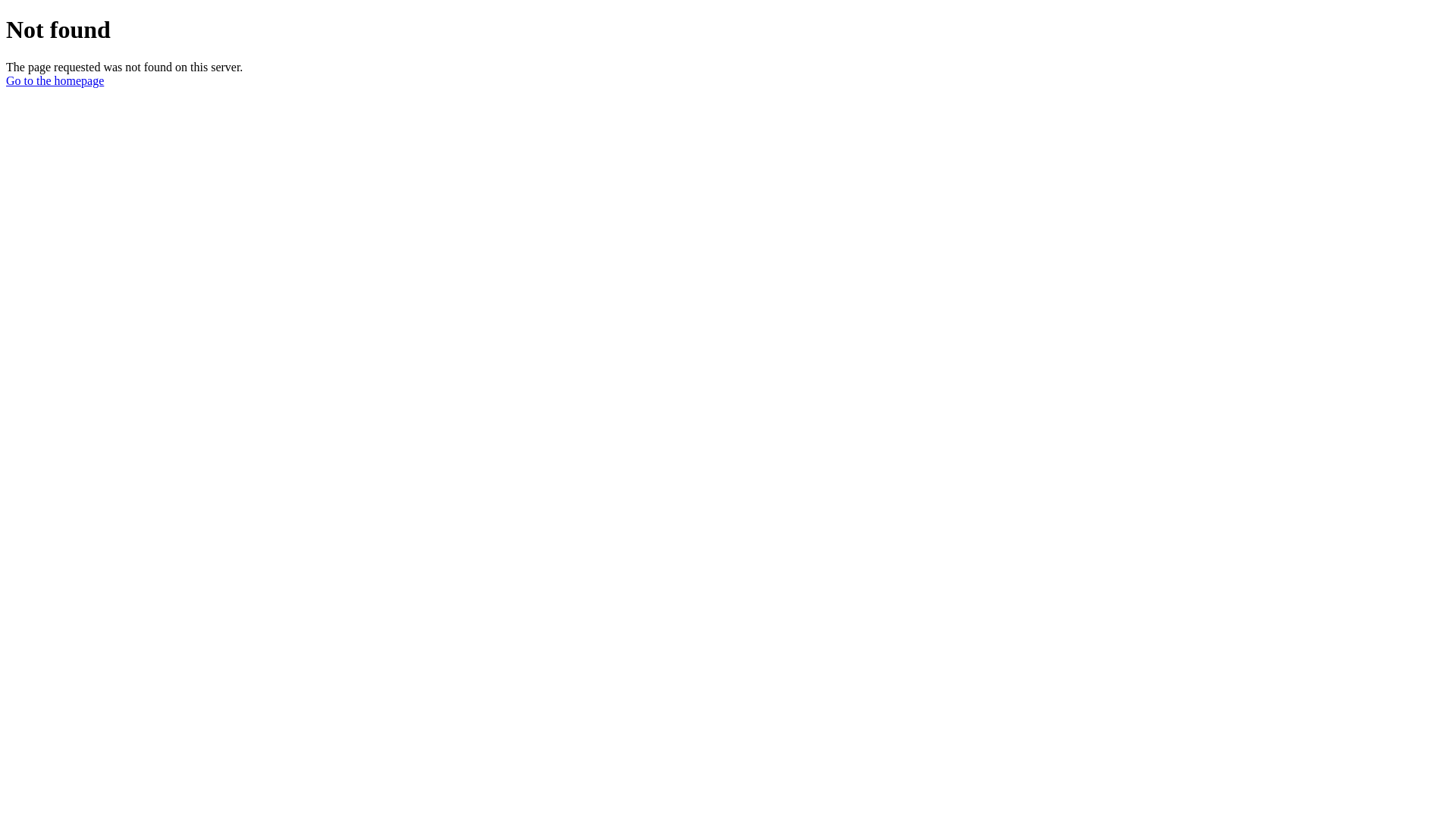 Image resolution: width=1456 pixels, height=819 pixels. Describe the element at coordinates (55, 80) in the screenshot. I see `'Go to the homepage'` at that location.